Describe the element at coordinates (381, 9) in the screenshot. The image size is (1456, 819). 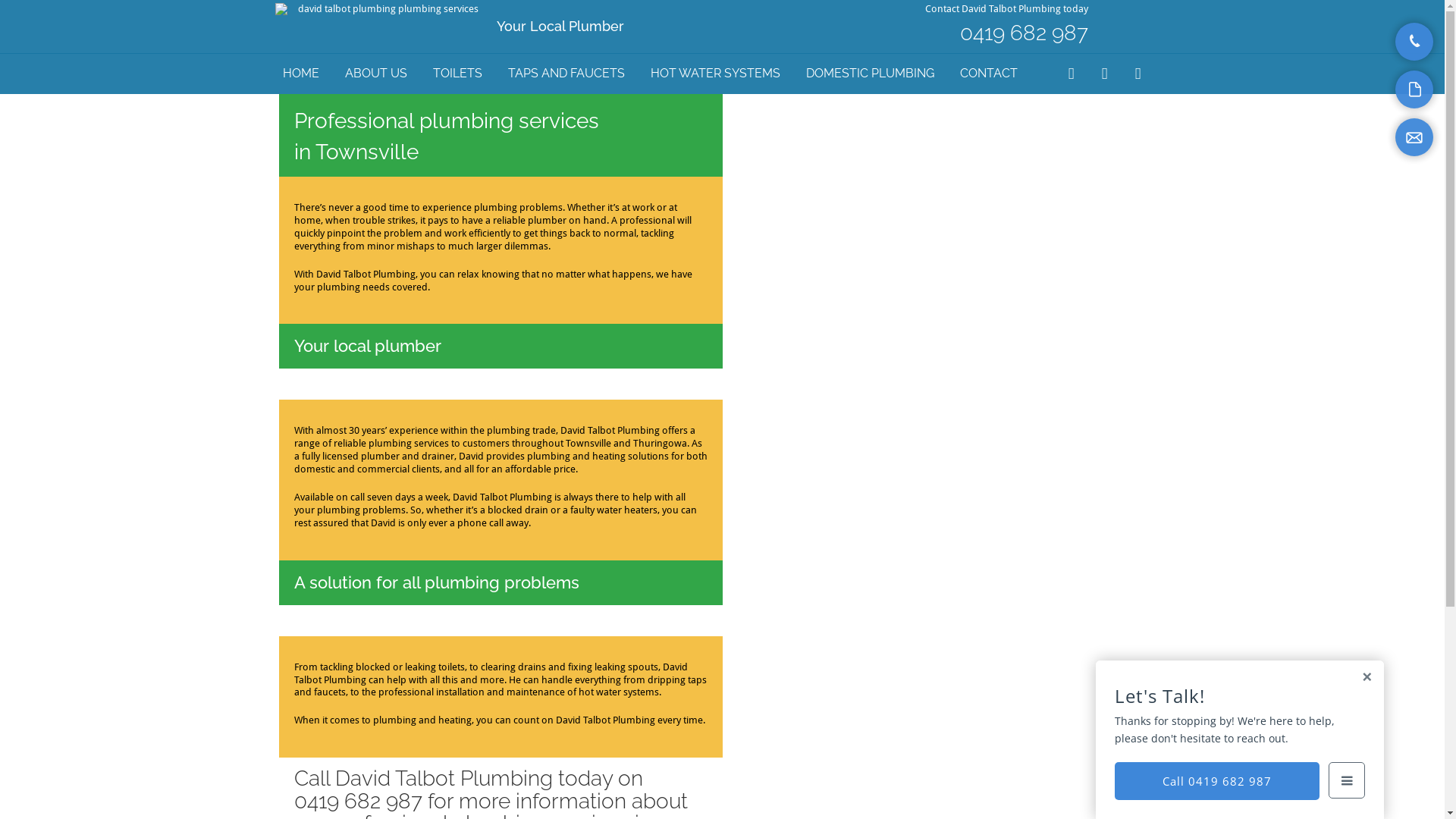
I see `'david talbot plumbing plumbing services'` at that location.